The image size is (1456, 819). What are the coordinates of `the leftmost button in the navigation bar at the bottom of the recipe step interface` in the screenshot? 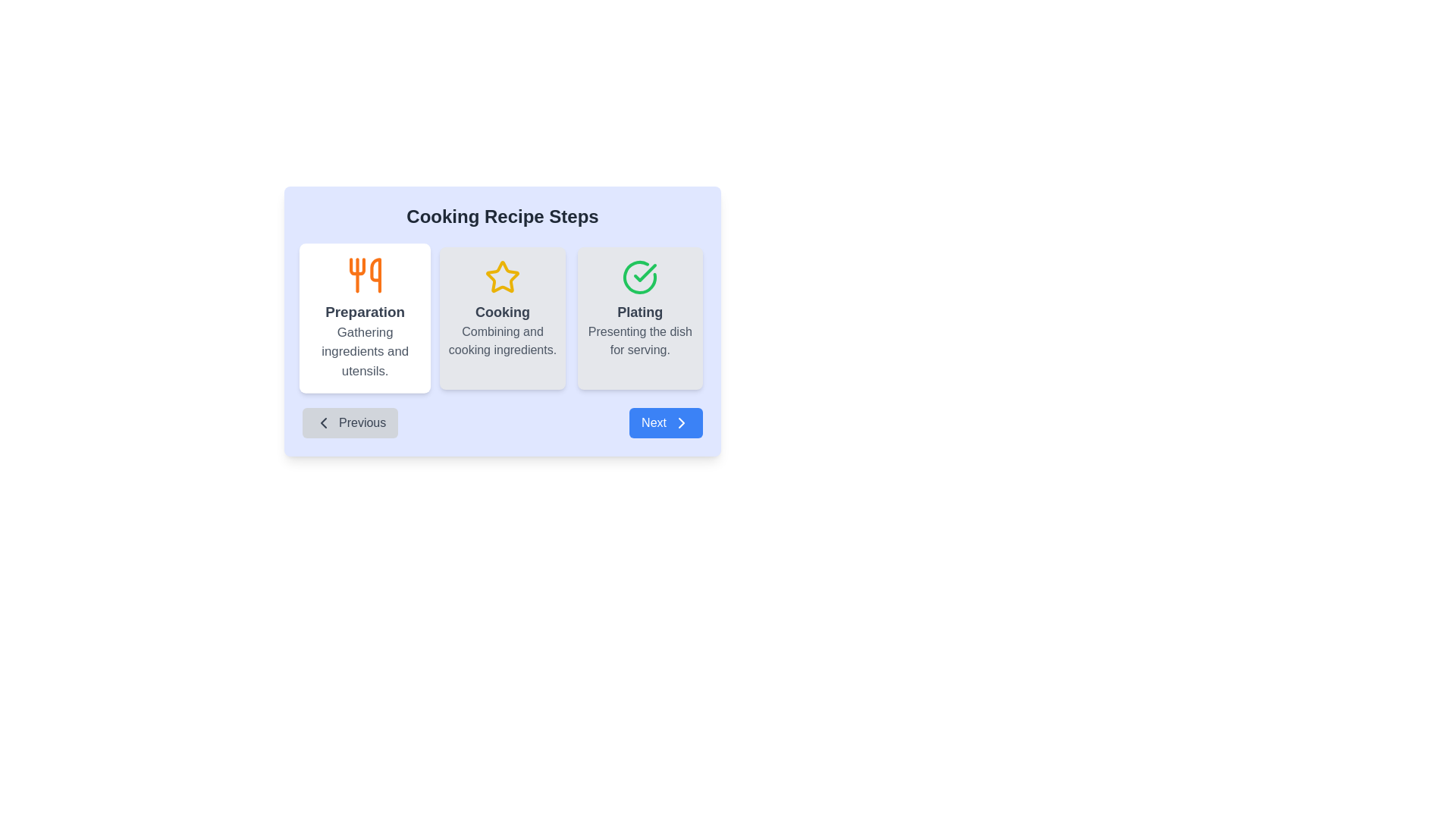 It's located at (350, 423).